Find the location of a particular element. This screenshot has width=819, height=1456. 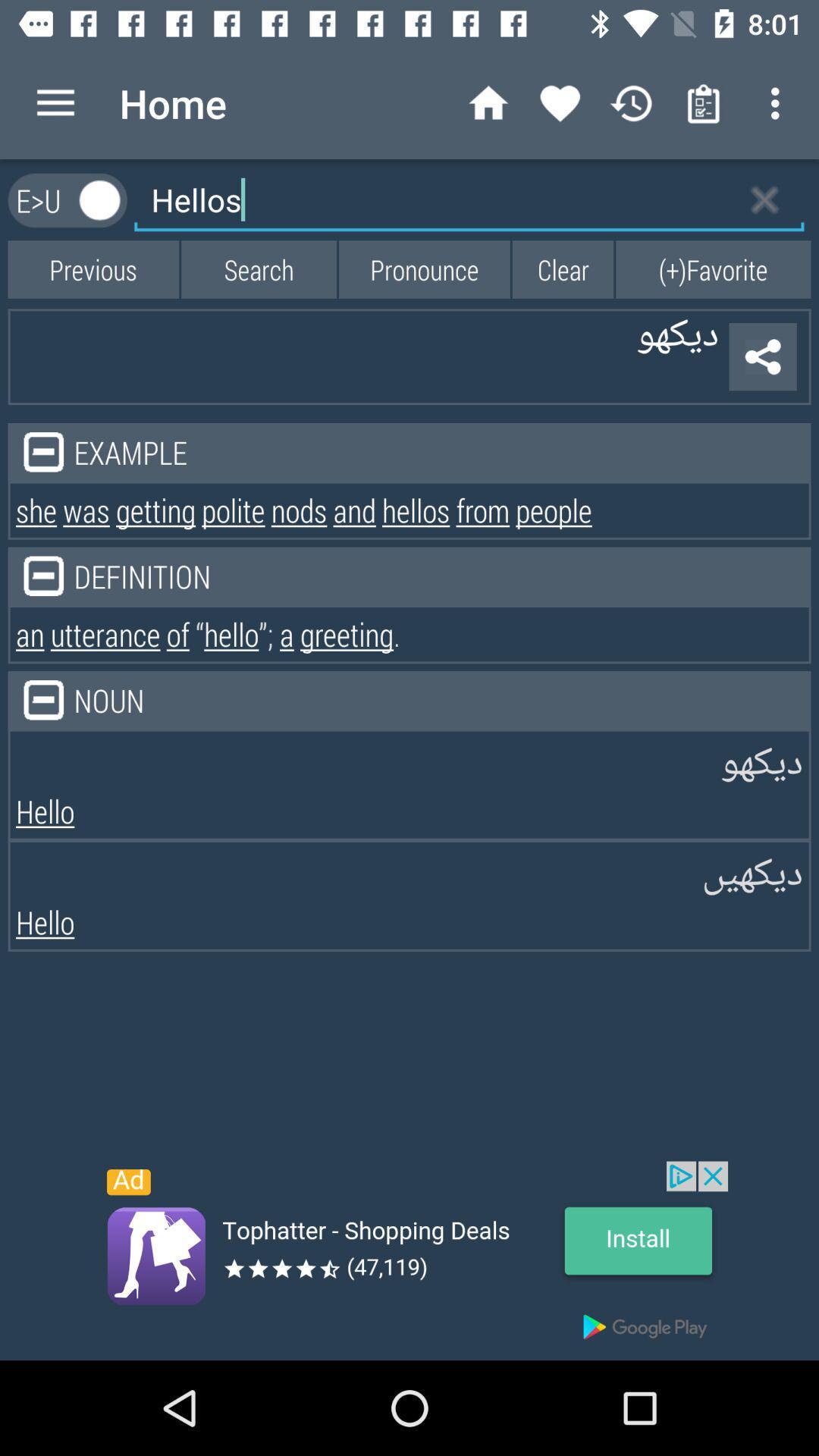

the white coloured circle is located at coordinates (100, 199).